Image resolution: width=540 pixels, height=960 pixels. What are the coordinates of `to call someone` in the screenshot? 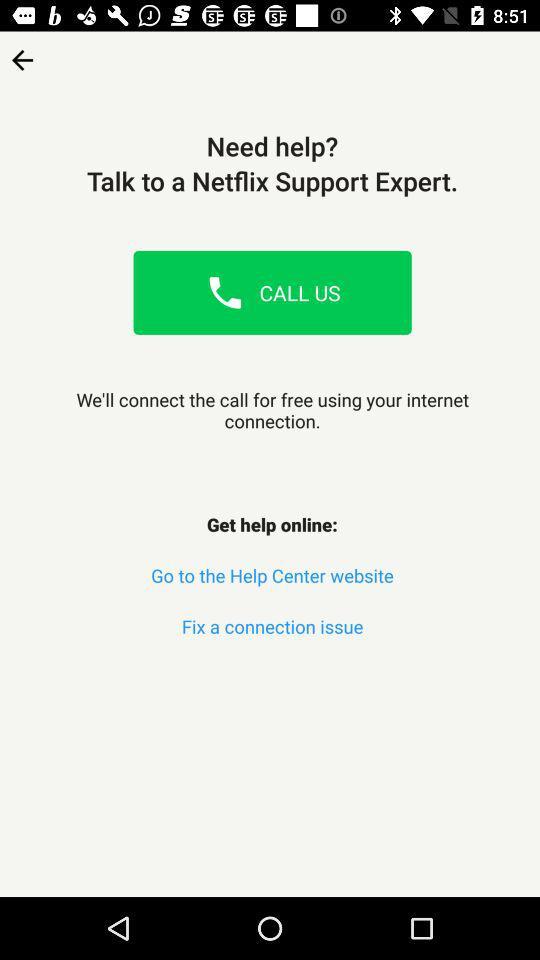 It's located at (224, 291).